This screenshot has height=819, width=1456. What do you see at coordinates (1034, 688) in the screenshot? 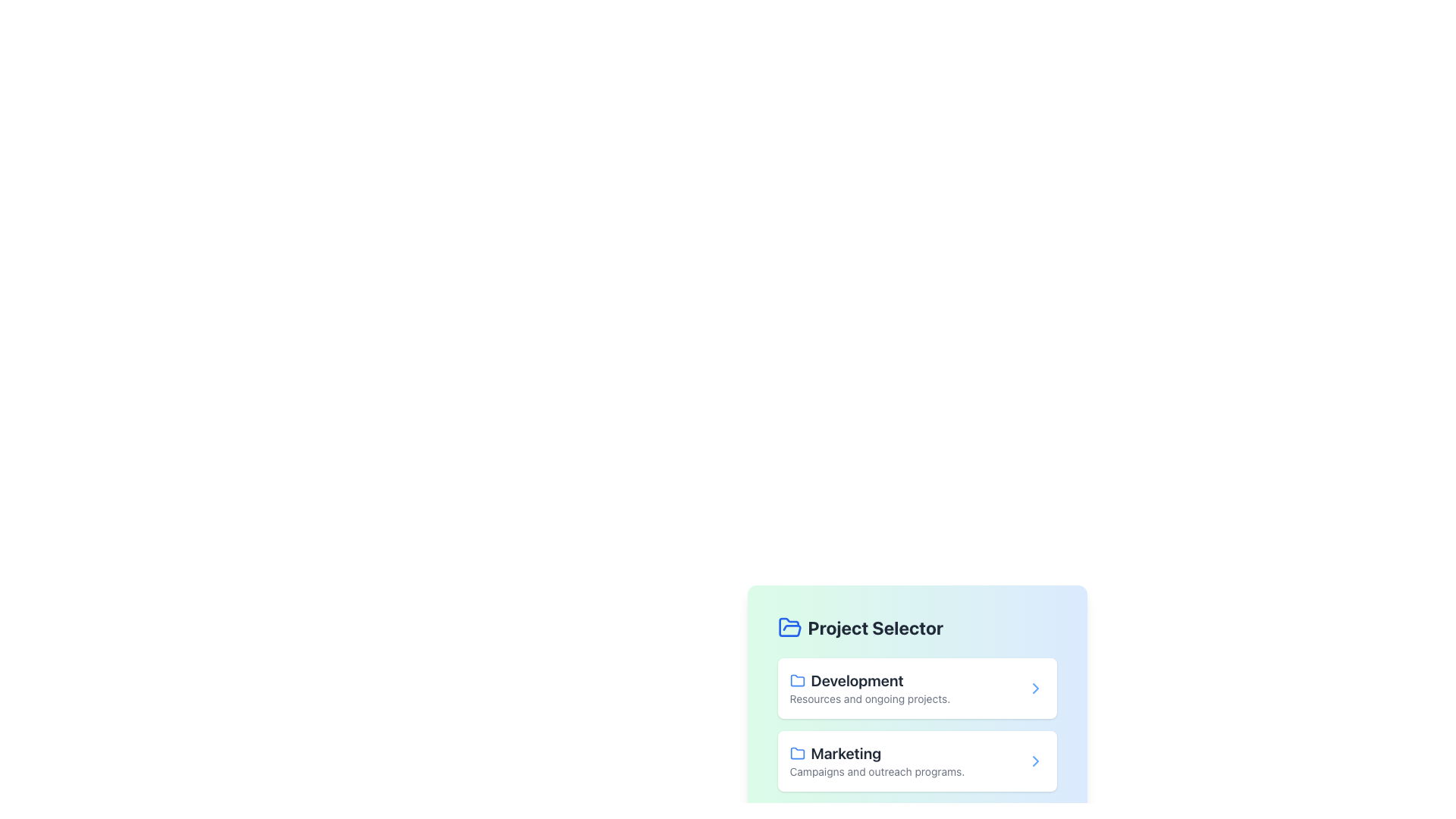
I see `the rightward-pointing blue chevron icon located at the far right of the 'Development' section in the 'Project Selector' panel` at bounding box center [1034, 688].